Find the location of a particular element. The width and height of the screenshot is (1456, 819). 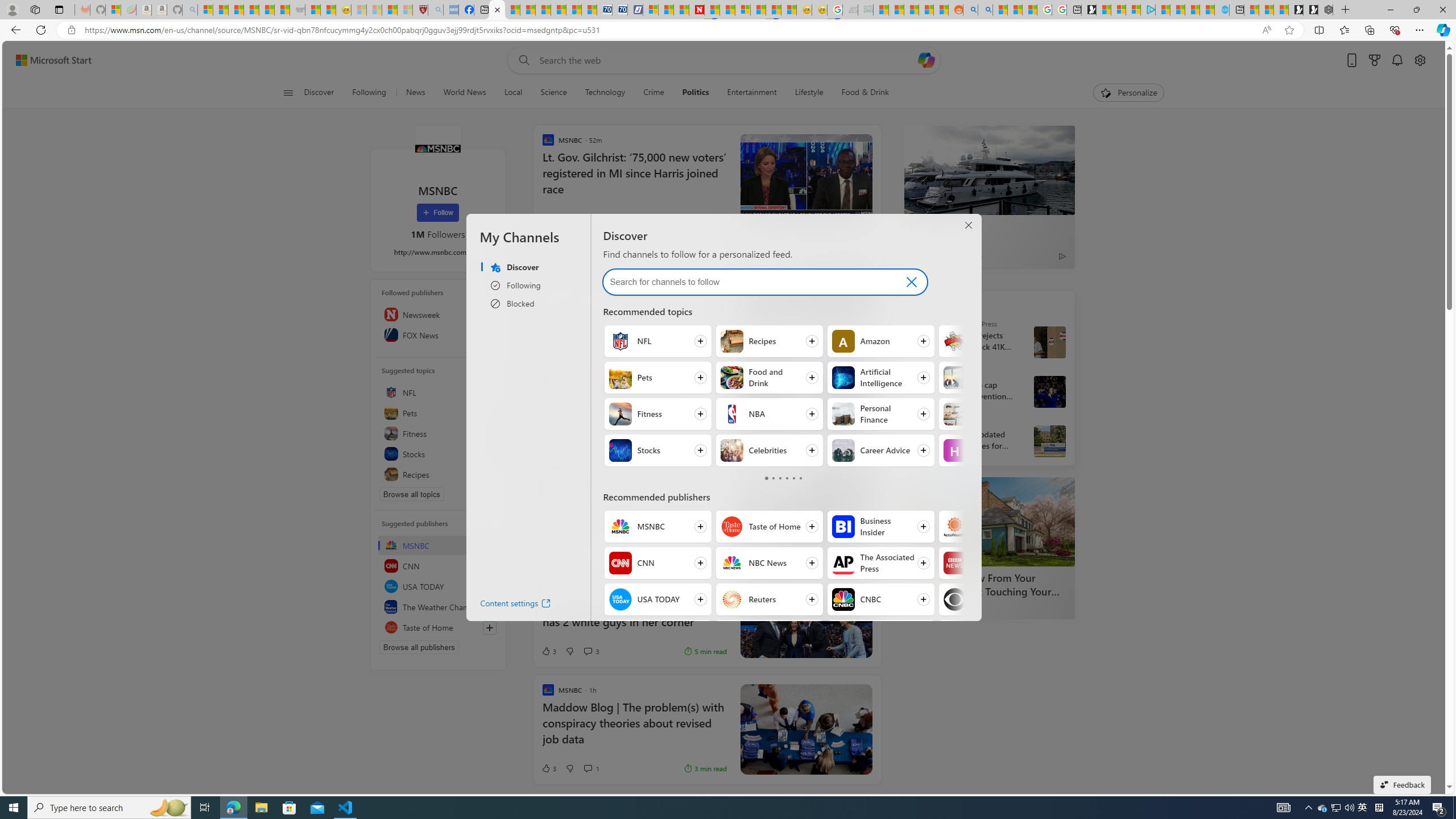

'14 Common Myths Debunked By Scientific Facts' is located at coordinates (726, 9).